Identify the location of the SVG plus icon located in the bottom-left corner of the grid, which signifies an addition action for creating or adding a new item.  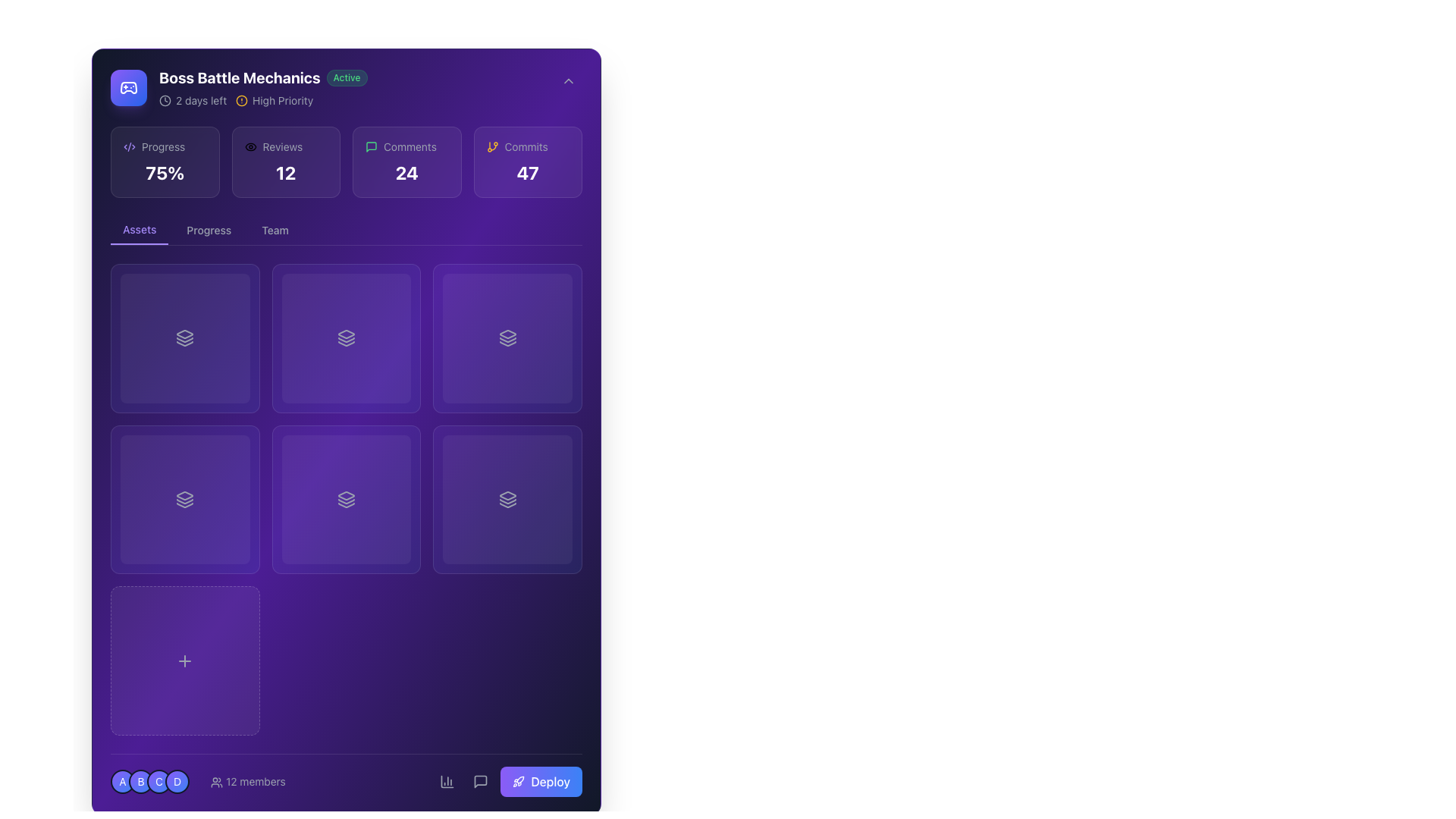
(184, 660).